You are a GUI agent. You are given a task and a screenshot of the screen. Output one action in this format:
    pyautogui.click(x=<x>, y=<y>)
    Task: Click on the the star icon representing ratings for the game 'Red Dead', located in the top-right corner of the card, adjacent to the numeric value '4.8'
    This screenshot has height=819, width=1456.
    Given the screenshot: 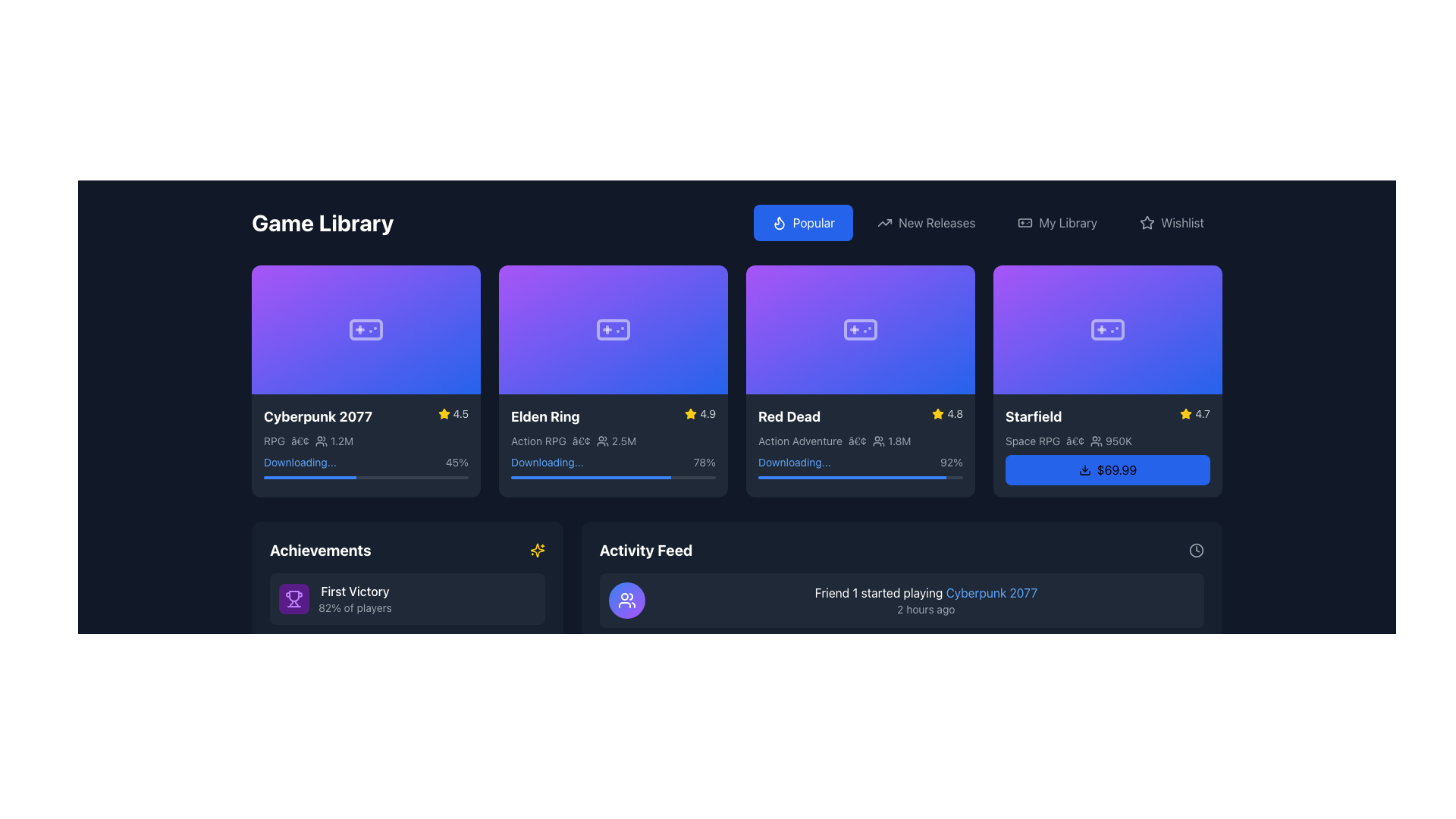 What is the action you would take?
    pyautogui.click(x=937, y=413)
    